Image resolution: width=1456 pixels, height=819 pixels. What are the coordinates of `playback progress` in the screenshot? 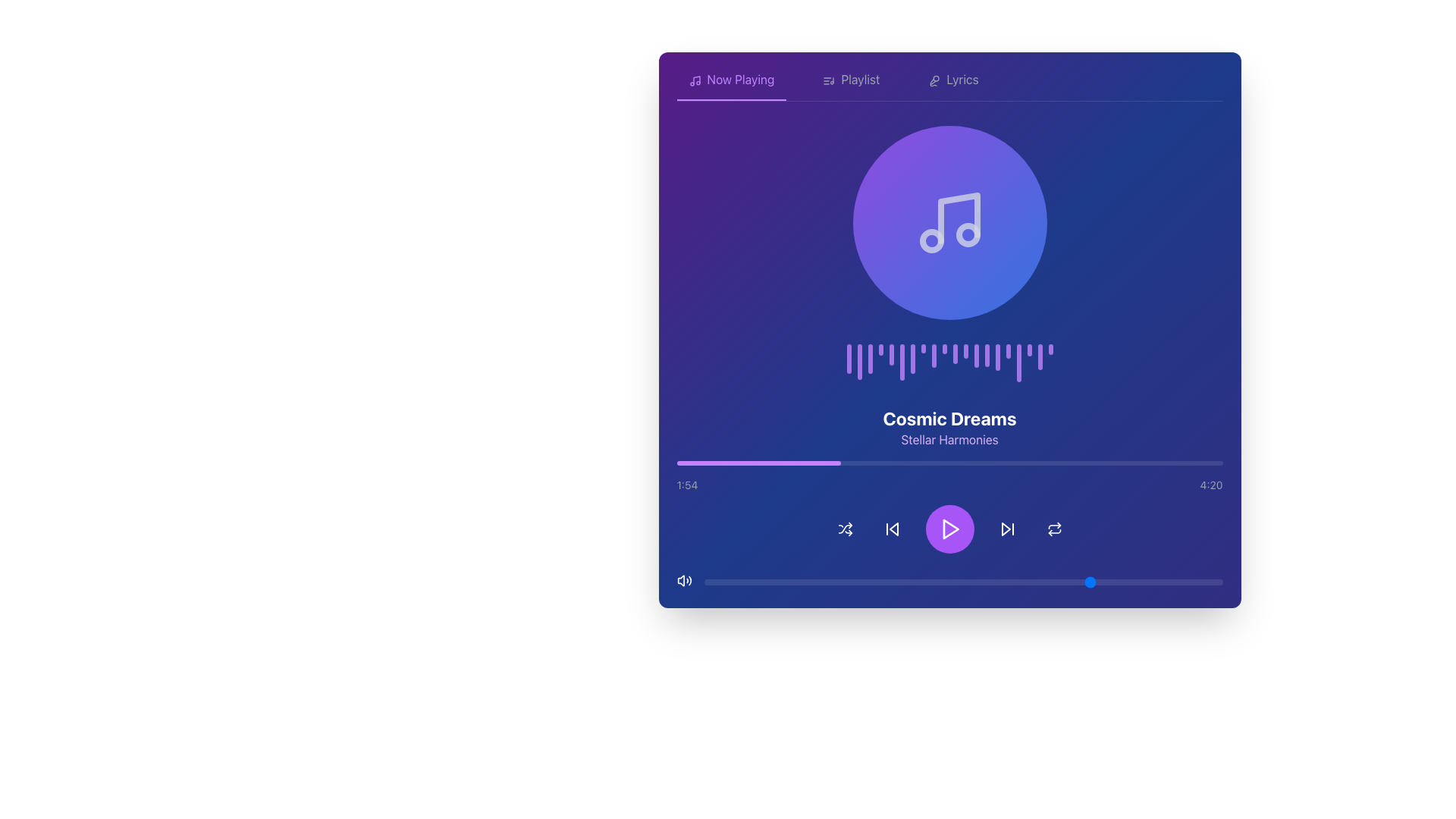 It's located at (734, 462).